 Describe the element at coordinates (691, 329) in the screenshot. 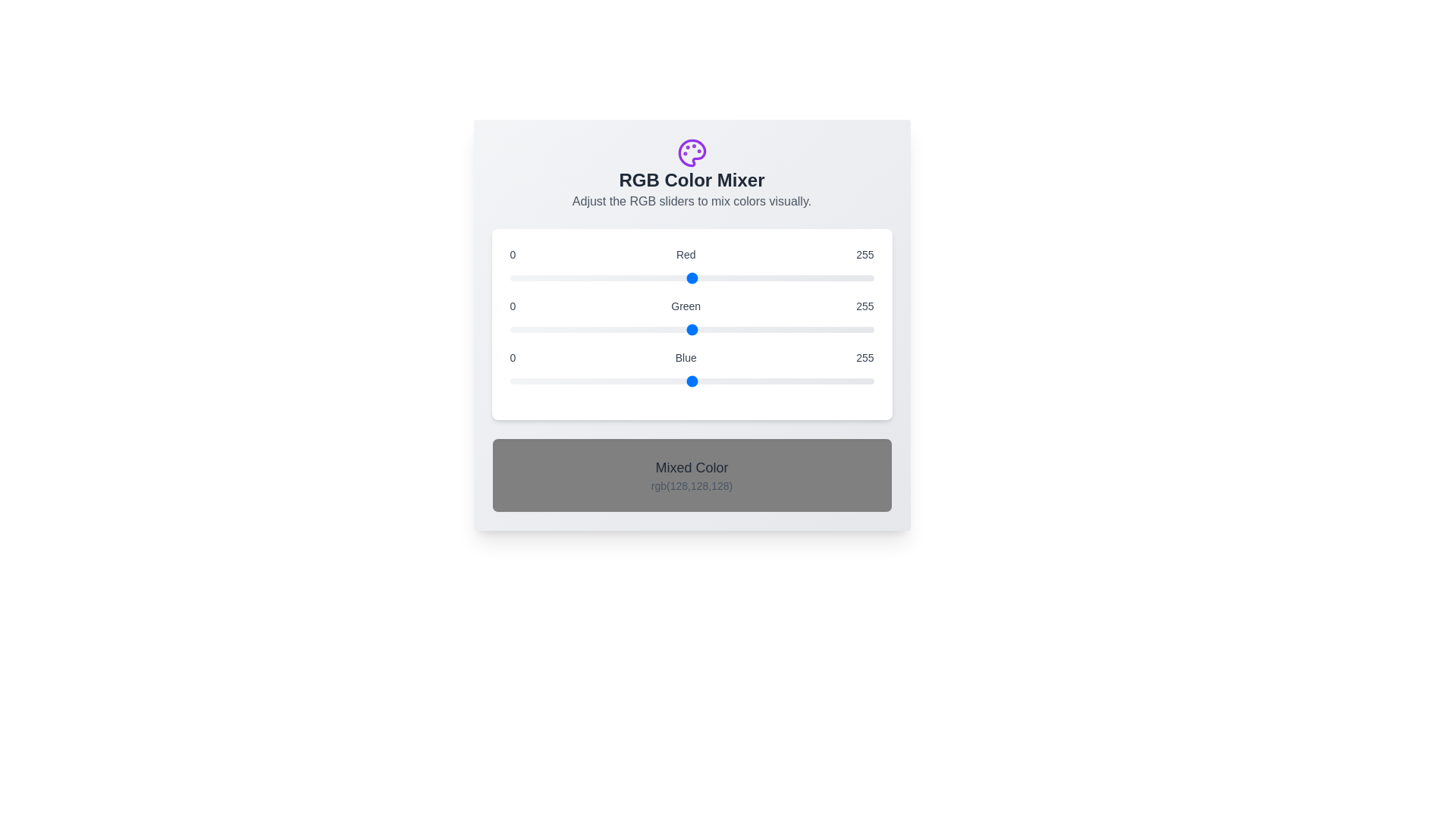

I see `the 1 slider to the value 146 to observe the resulting mixed color` at that location.